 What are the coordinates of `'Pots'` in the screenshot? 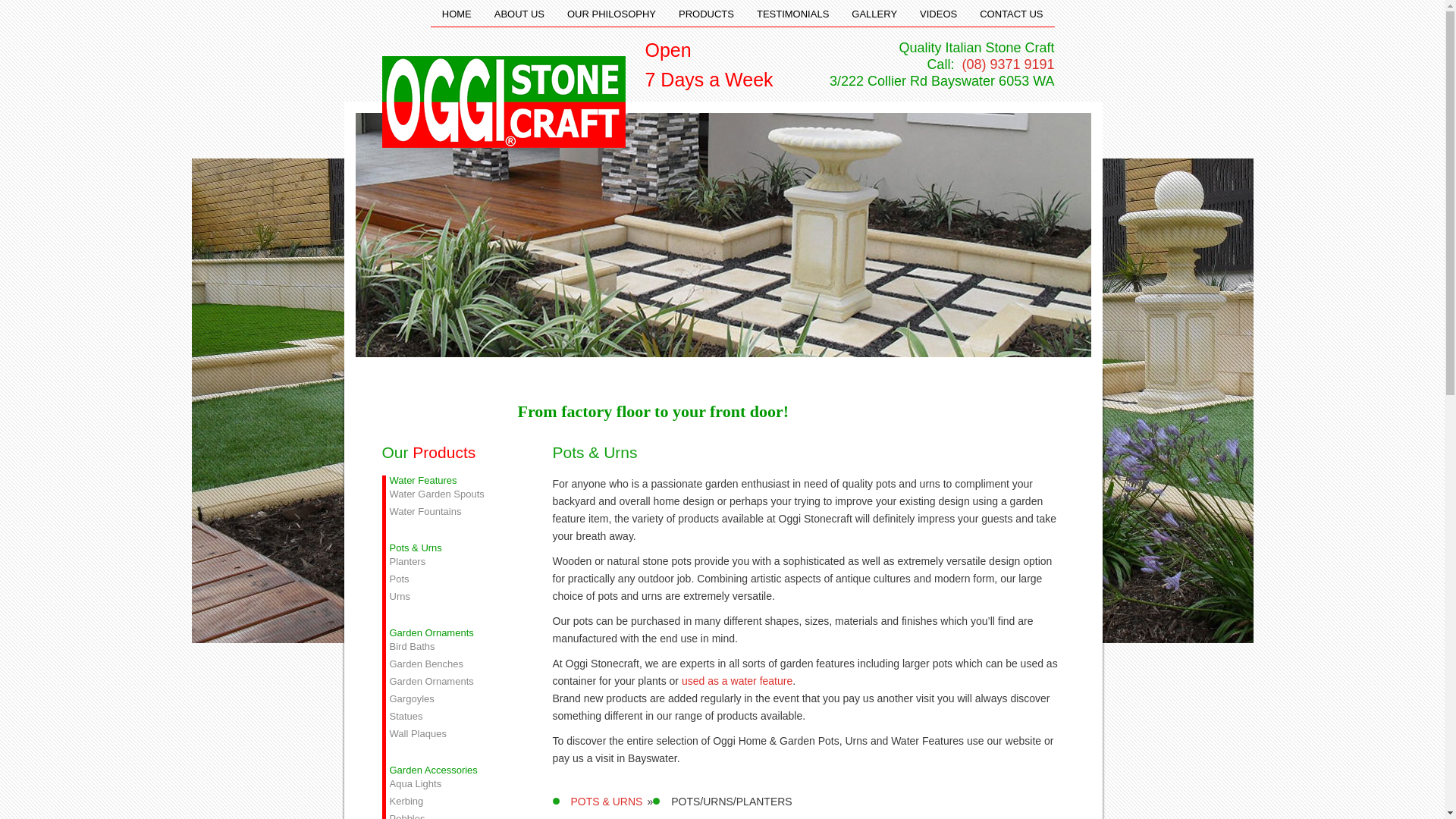 It's located at (451, 579).